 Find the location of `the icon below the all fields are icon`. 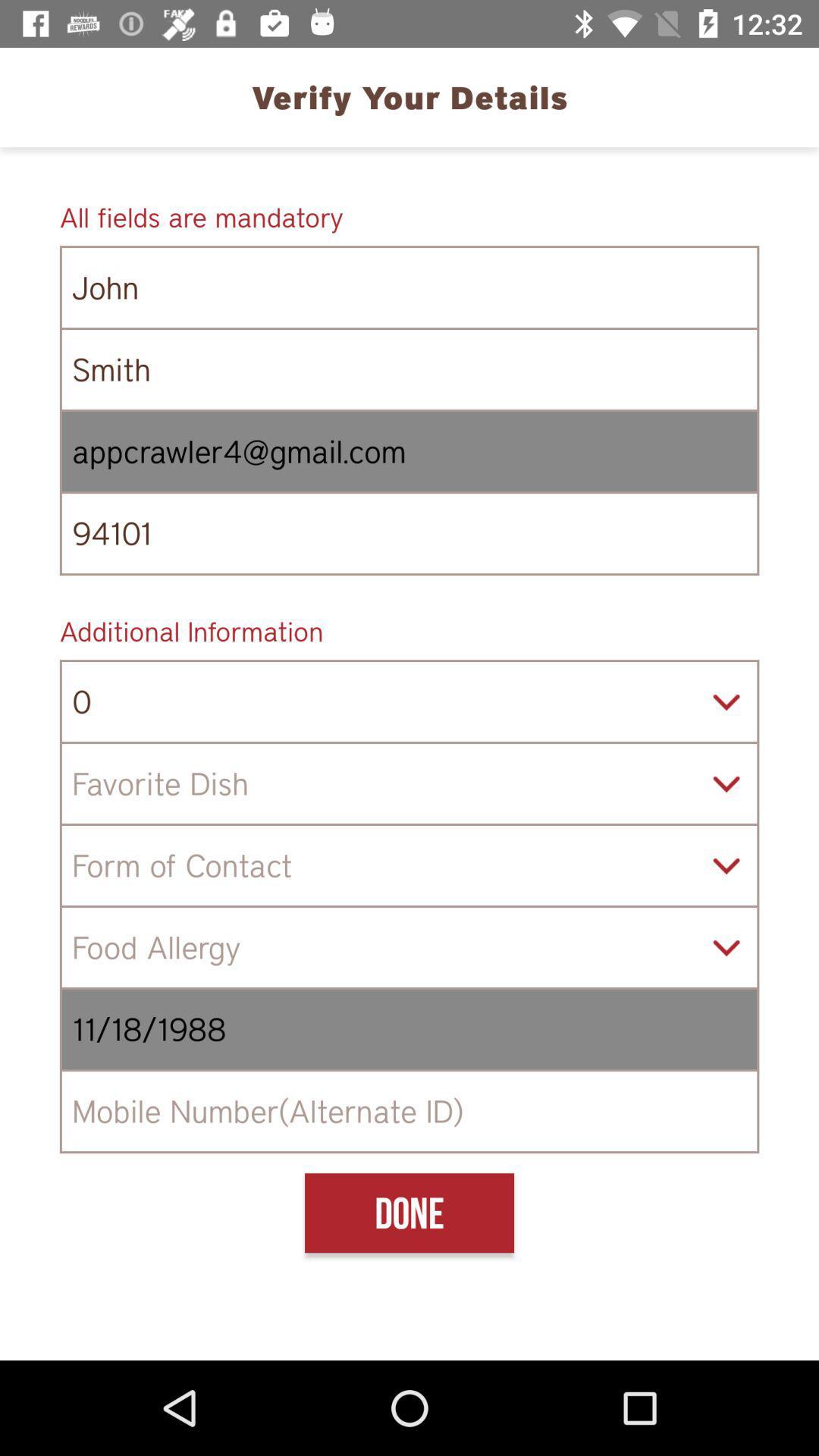

the icon below the all fields are icon is located at coordinates (409, 287).